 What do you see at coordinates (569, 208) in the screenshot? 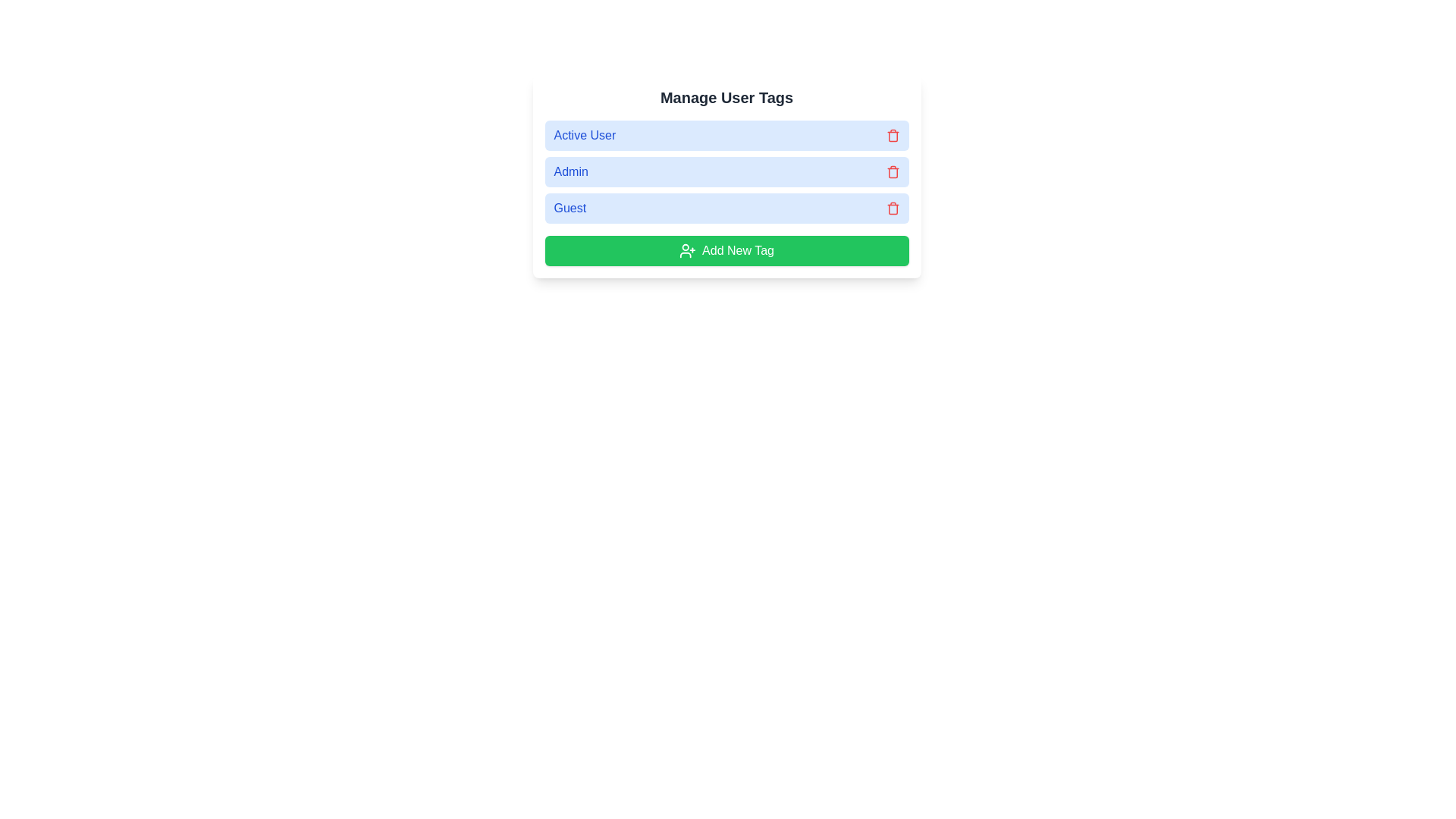
I see `text label displaying 'Guest' styled in bold blue text, which indicates a category or tag name under 'Manage User Tags'` at bounding box center [569, 208].